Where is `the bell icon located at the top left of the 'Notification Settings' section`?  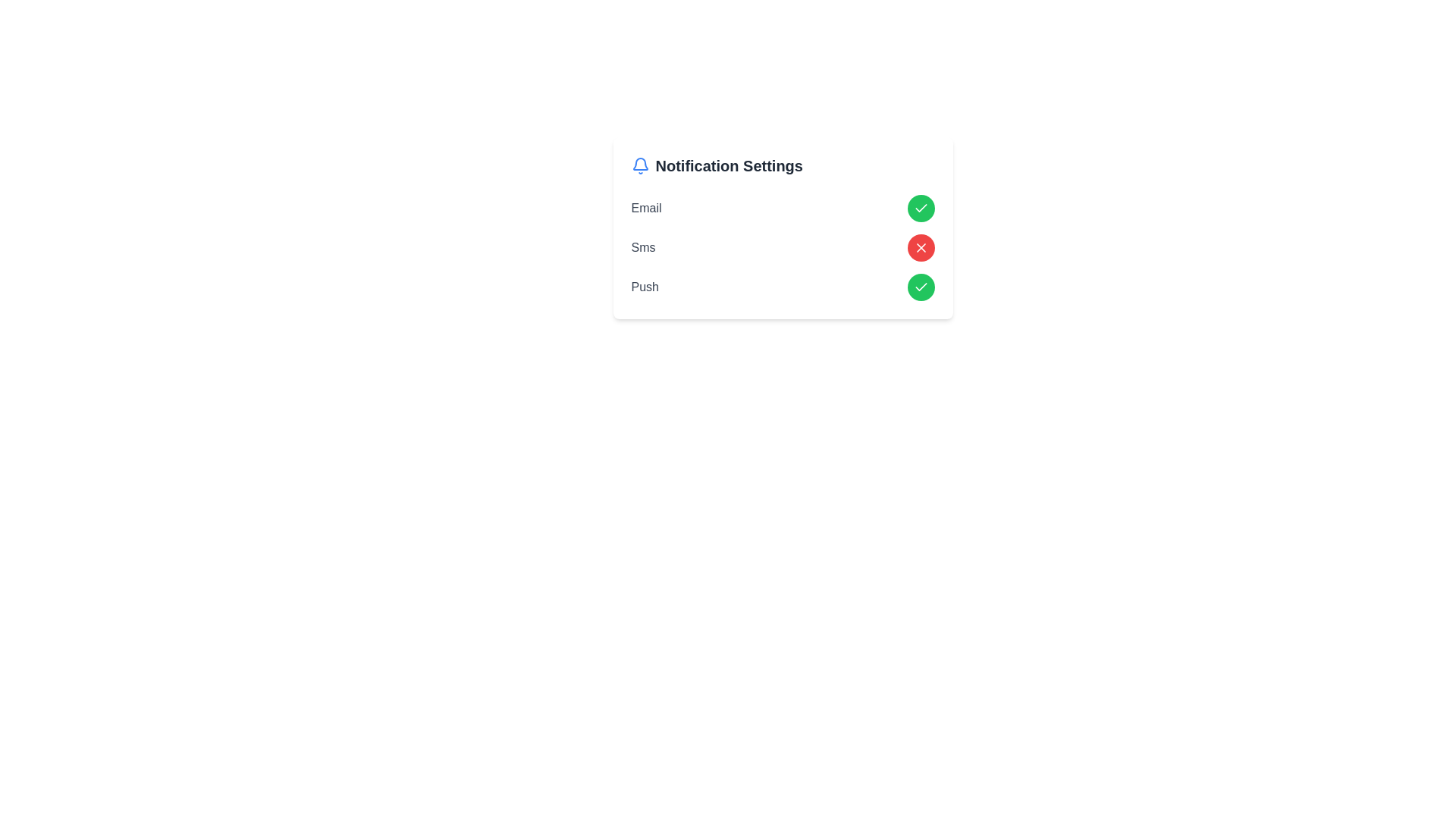
the bell icon located at the top left of the 'Notification Settings' section is located at coordinates (640, 166).